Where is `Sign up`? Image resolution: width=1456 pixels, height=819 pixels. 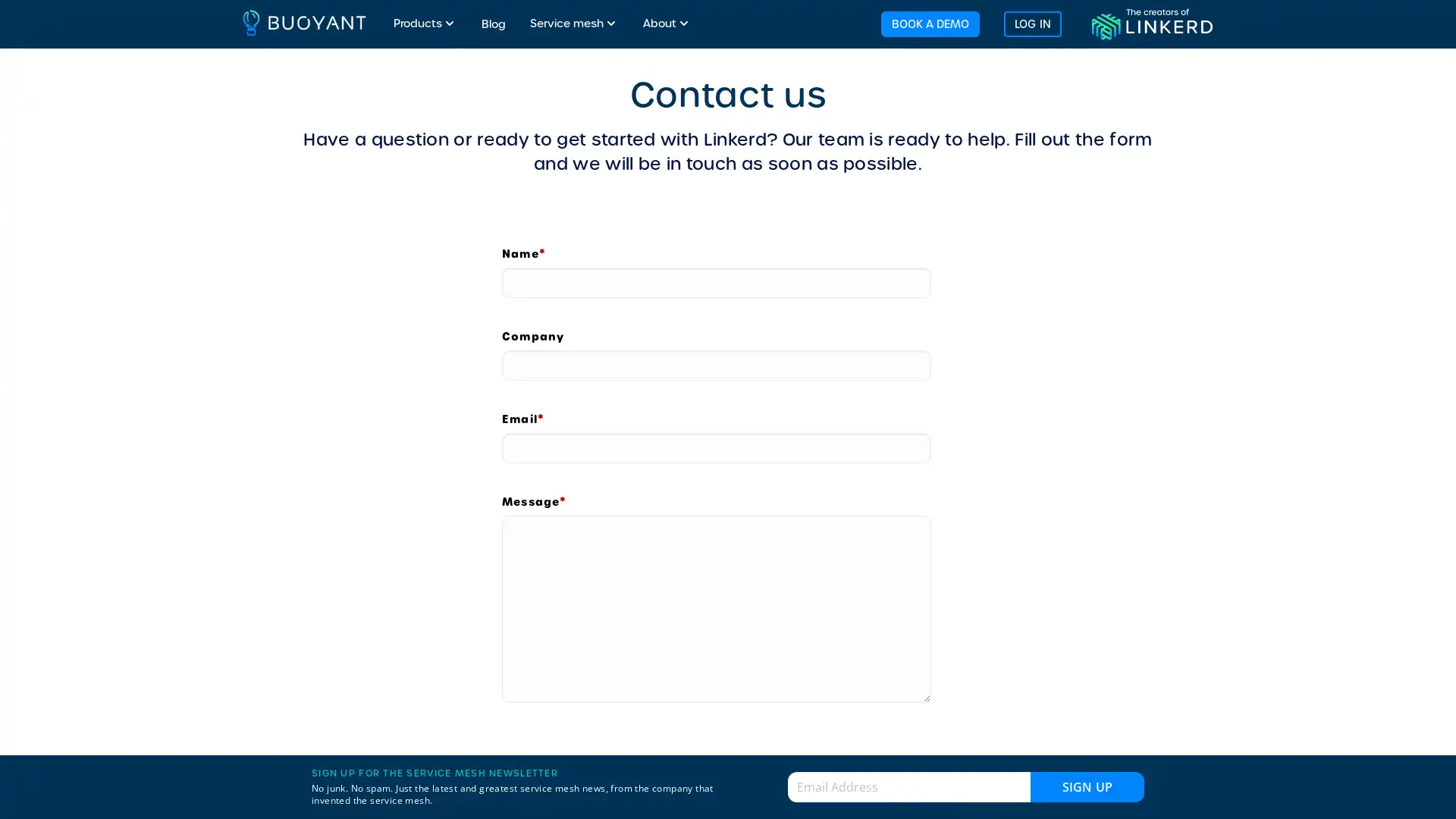
Sign up is located at coordinates (1087, 786).